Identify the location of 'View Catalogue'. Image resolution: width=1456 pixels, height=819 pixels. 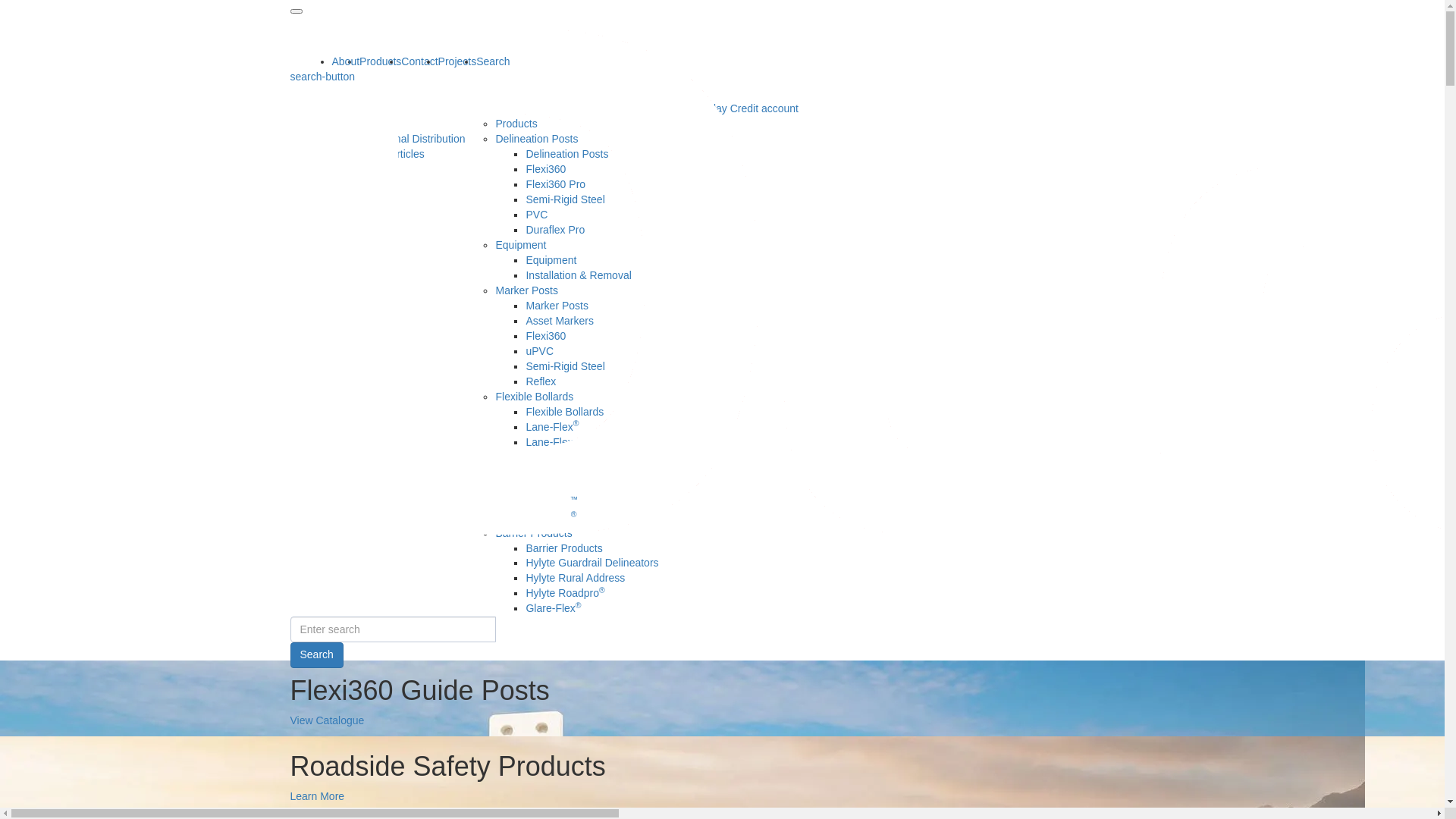
(326, 719).